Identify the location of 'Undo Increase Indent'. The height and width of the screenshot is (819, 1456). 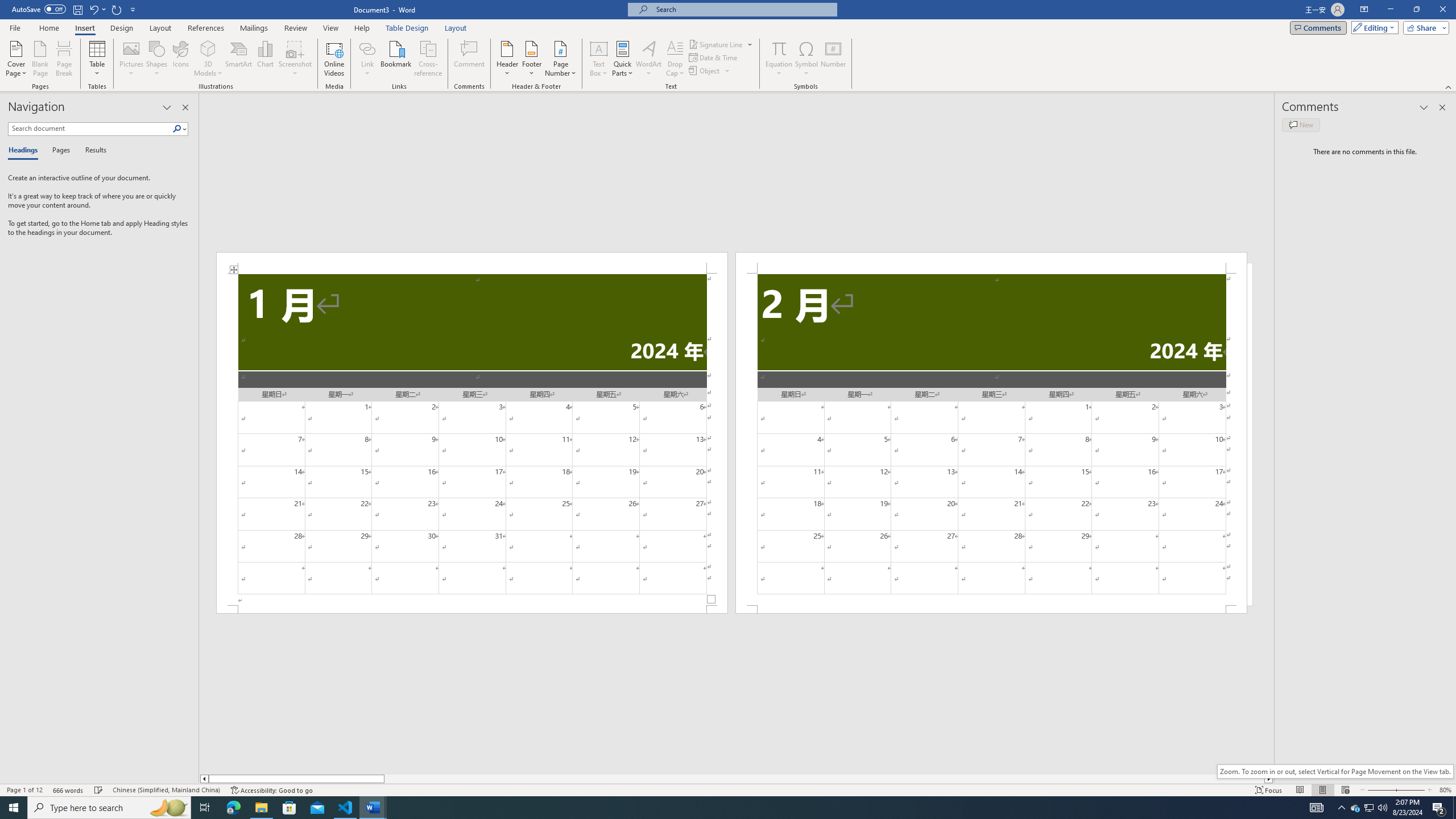
(93, 9).